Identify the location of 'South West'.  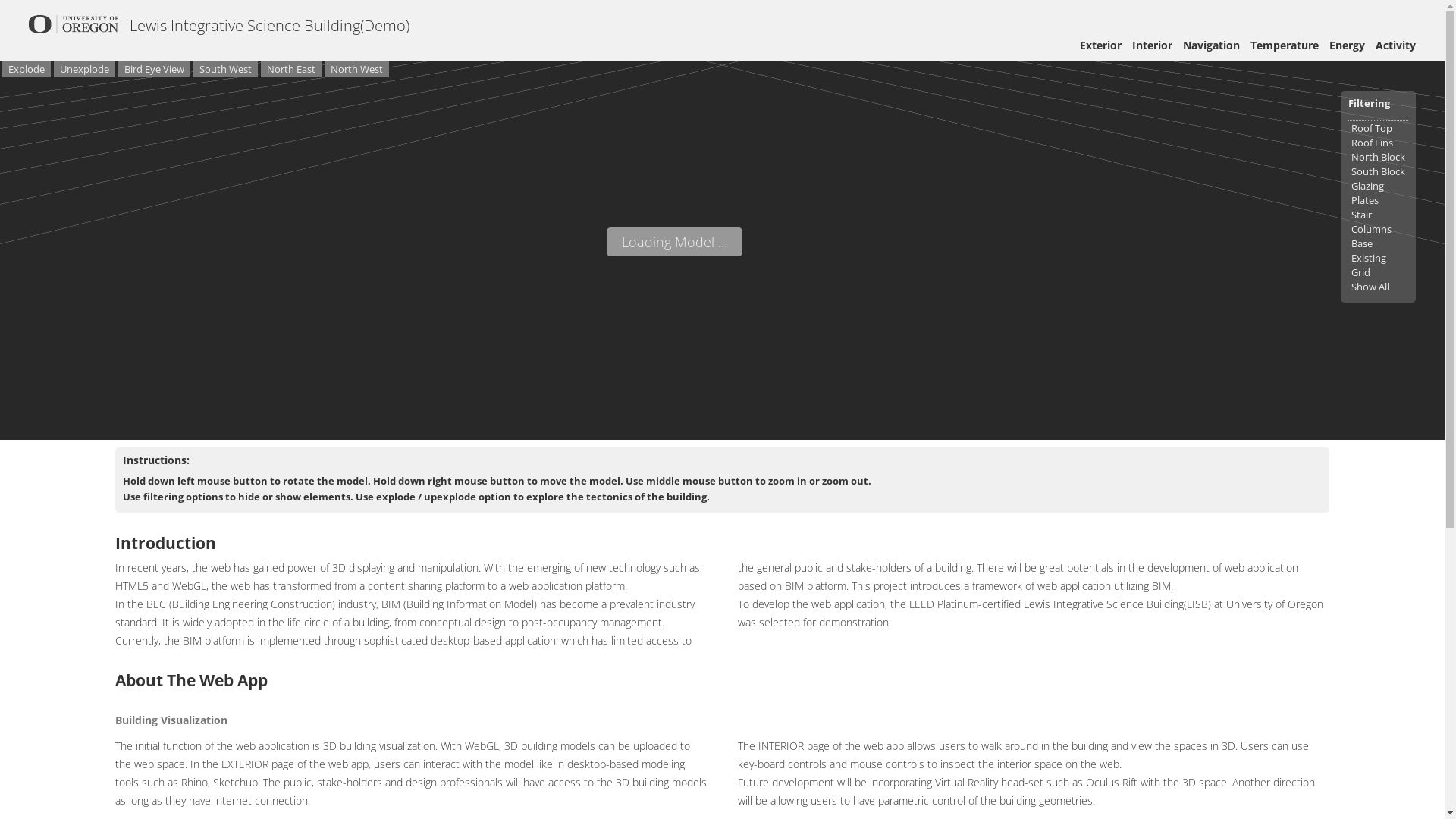
(224, 69).